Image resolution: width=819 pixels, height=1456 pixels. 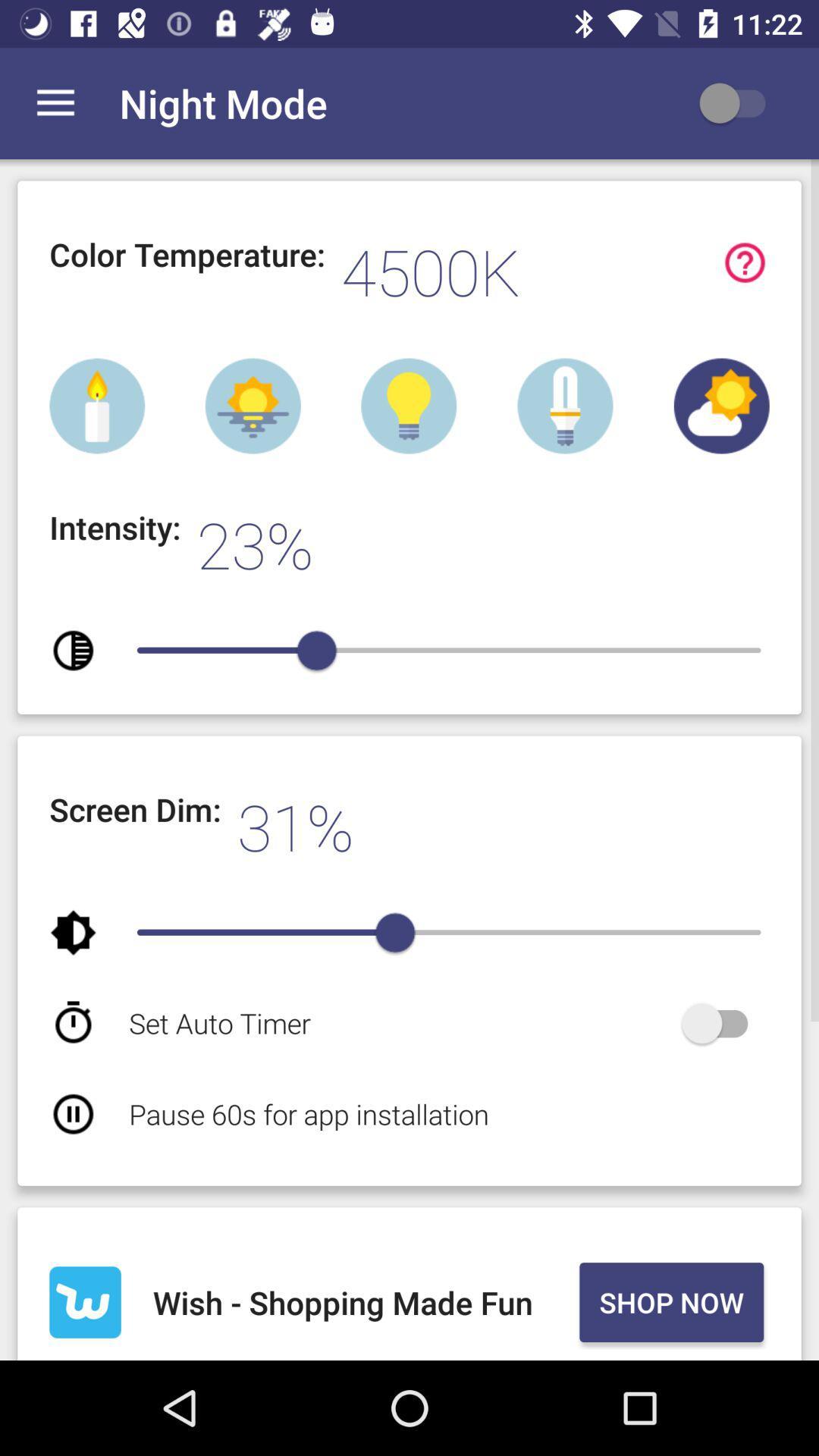 I want to click on switch autoplay option, so click(x=721, y=1023).